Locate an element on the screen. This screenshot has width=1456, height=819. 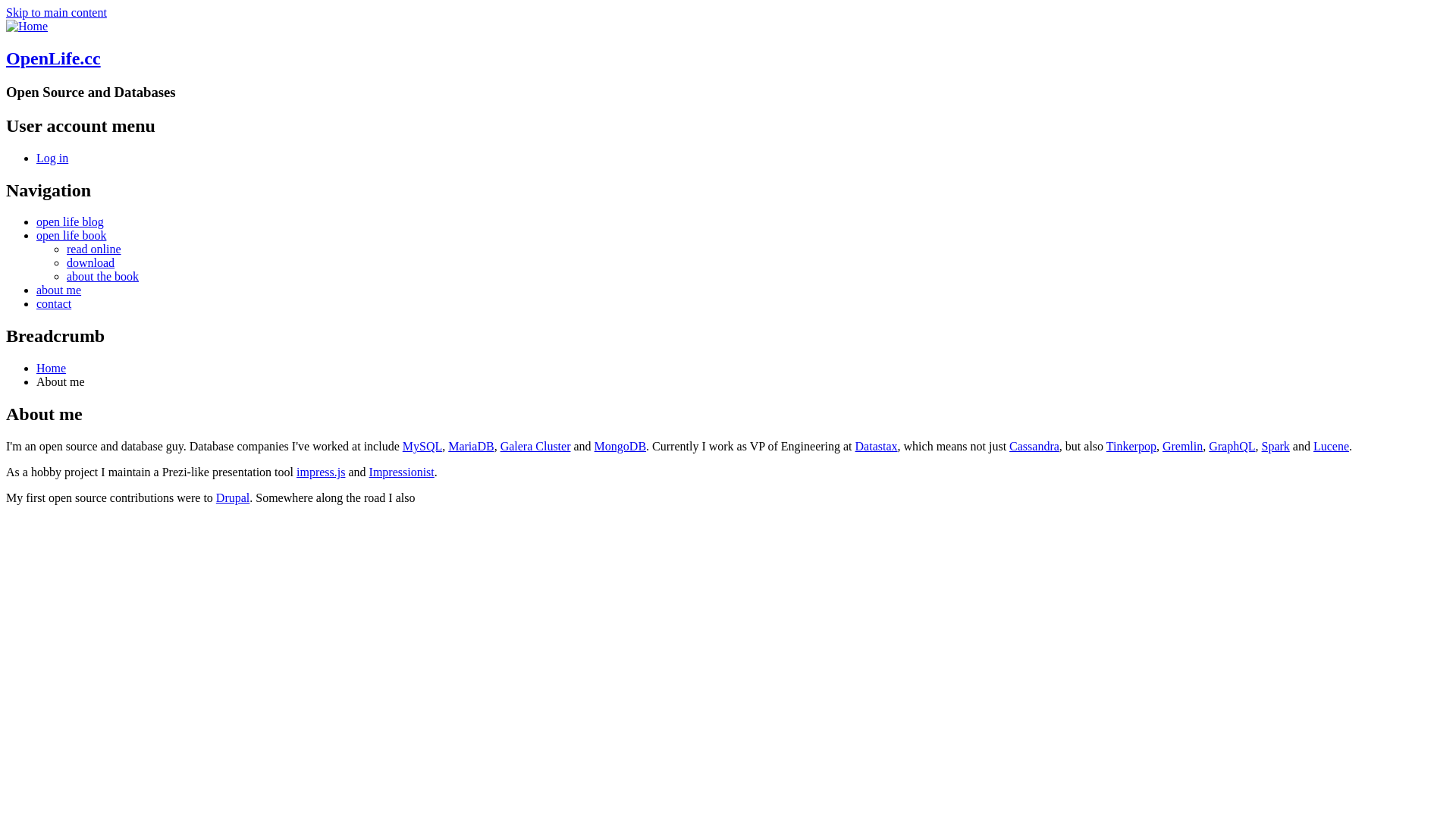
'Home' is located at coordinates (51, 368).